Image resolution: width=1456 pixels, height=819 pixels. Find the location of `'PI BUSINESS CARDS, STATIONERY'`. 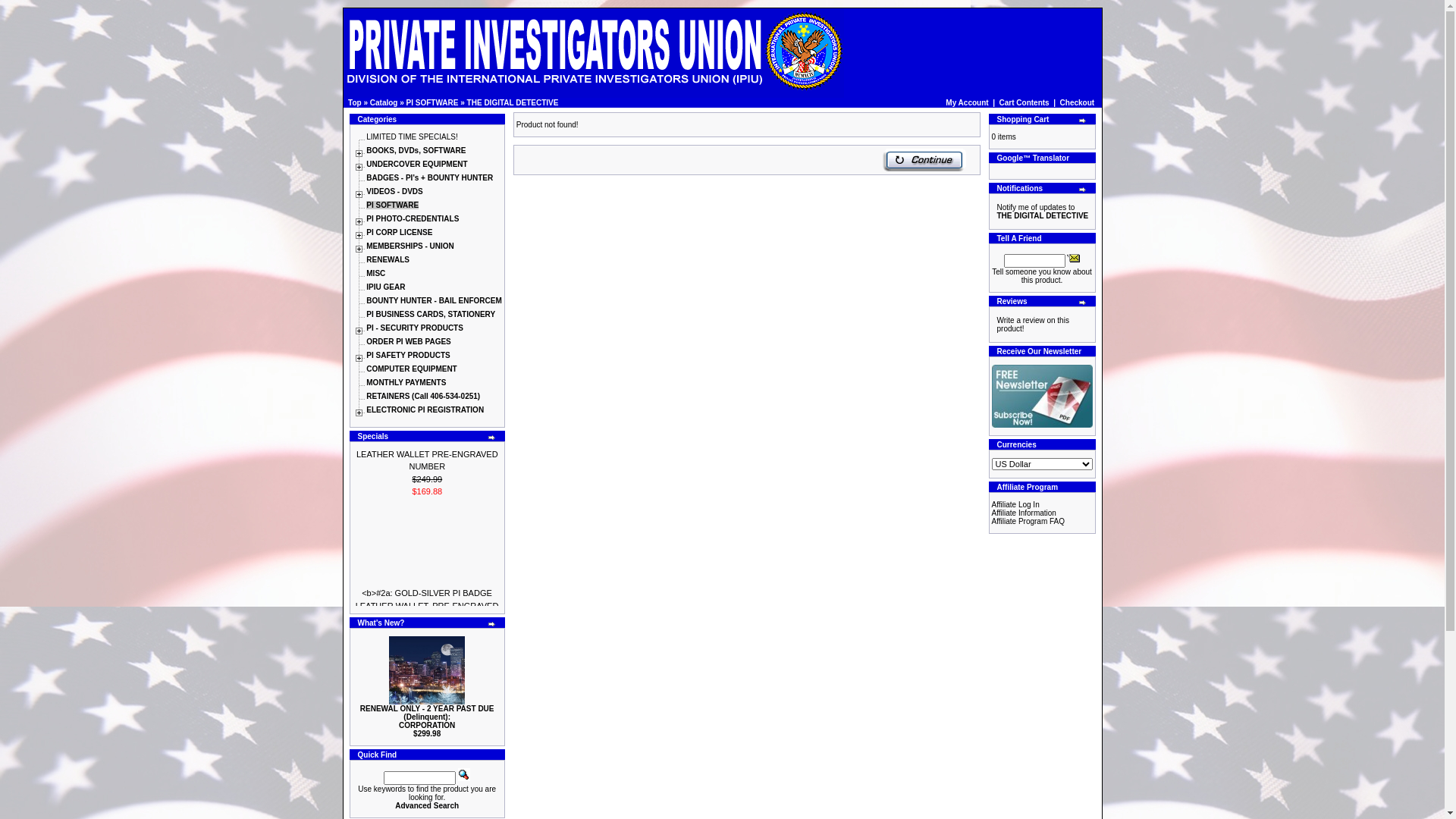

'PI BUSINESS CARDS, STATIONERY' is located at coordinates (366, 313).